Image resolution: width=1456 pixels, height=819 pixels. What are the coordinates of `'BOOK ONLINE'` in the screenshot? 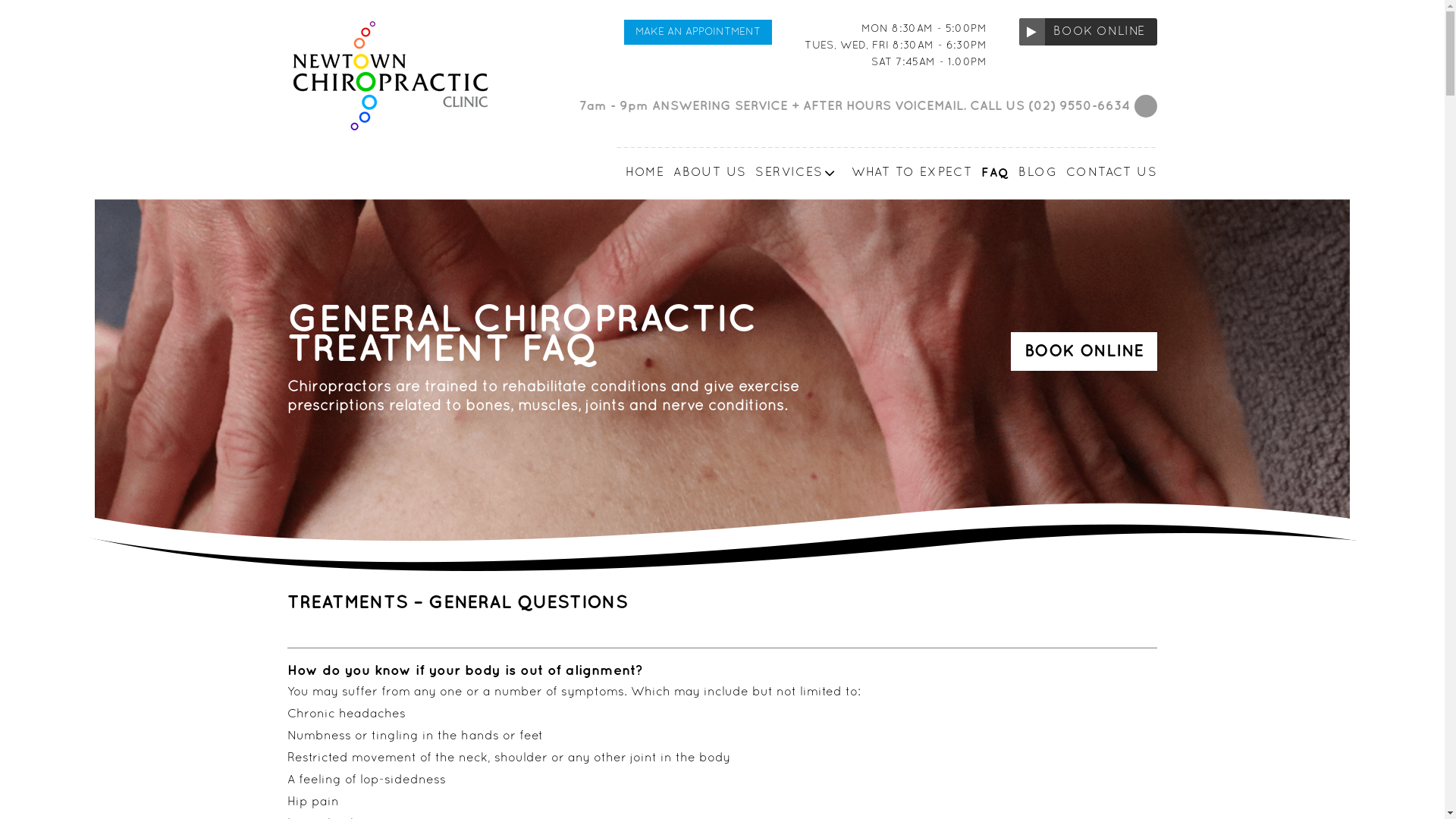 It's located at (1019, 32).